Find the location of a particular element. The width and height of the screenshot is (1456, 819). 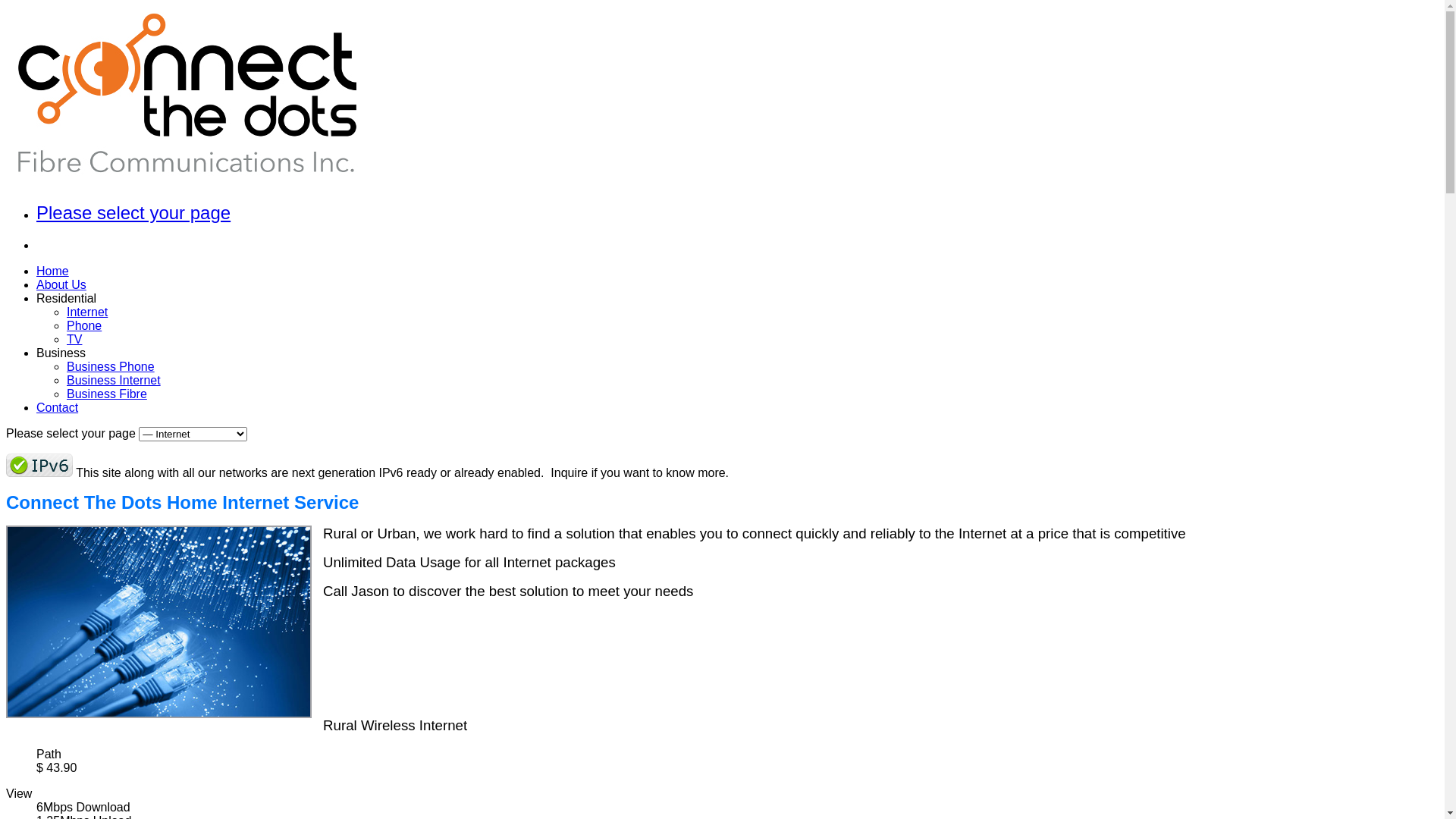

'Business' is located at coordinates (36, 353).